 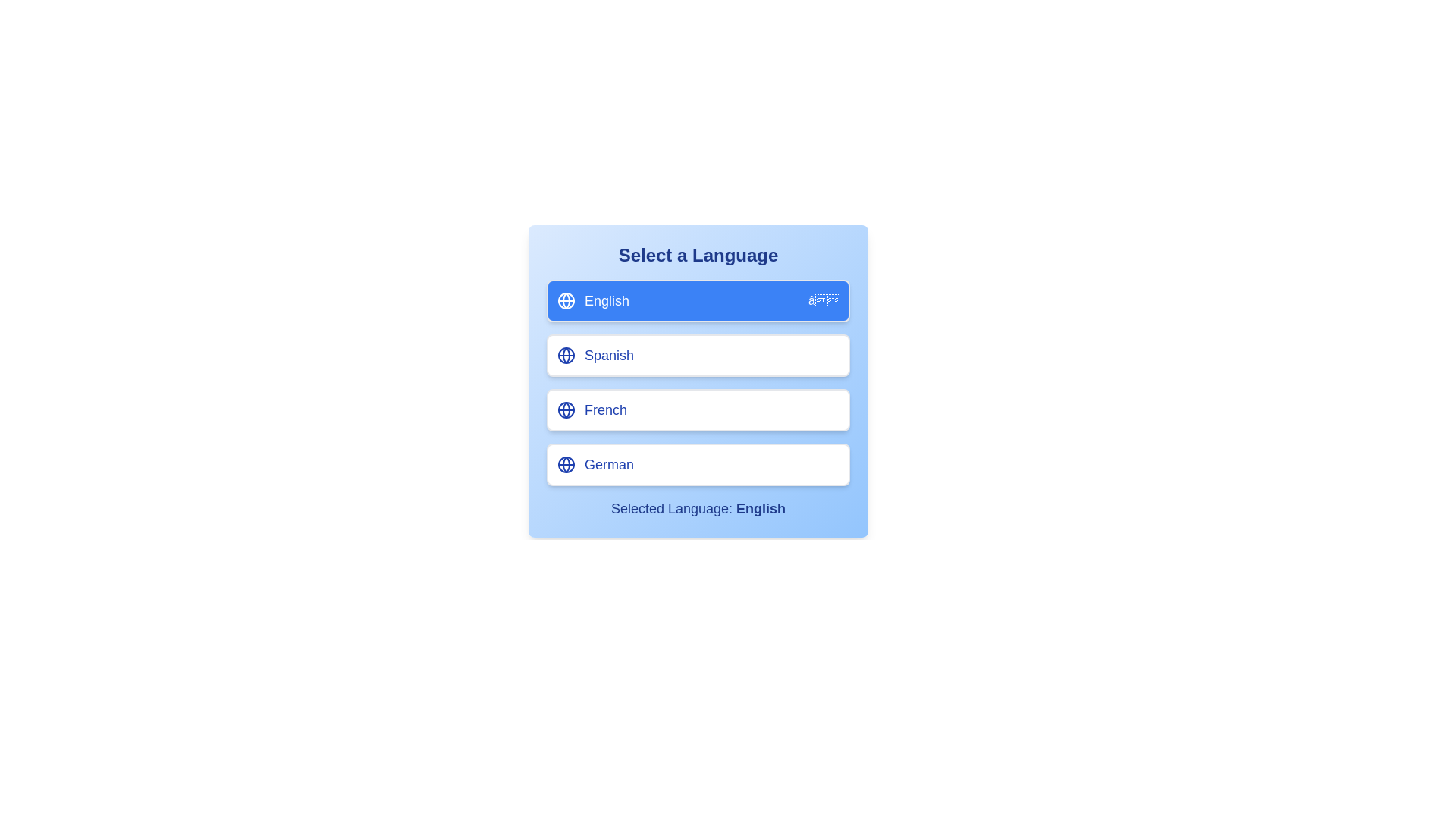 I want to click on the central circle of the globe icon in the language selection interface, which is visually representative of a global context, so click(x=566, y=464).